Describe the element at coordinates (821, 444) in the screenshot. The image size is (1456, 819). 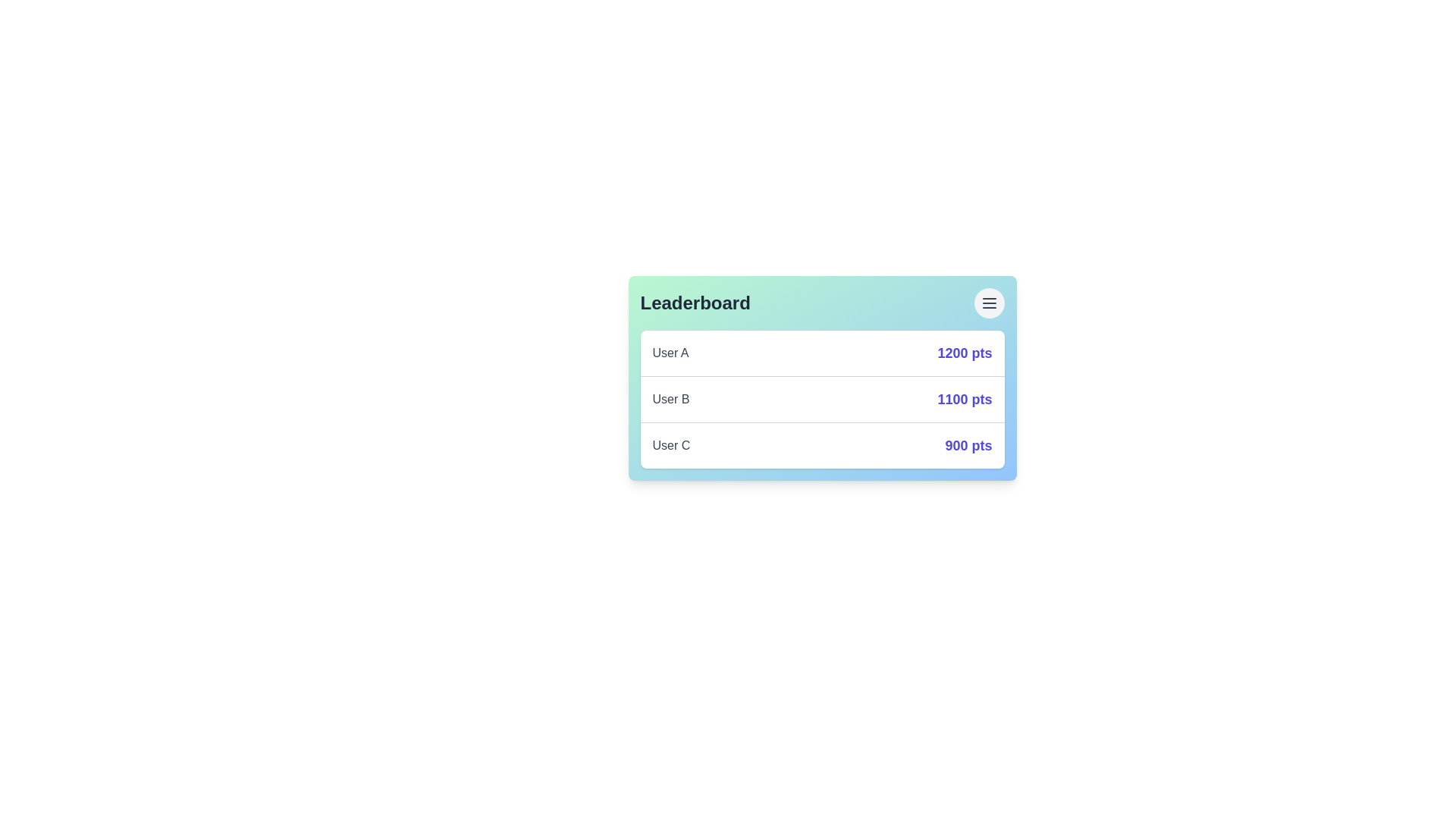
I see `the leaderboard entry of User C` at that location.